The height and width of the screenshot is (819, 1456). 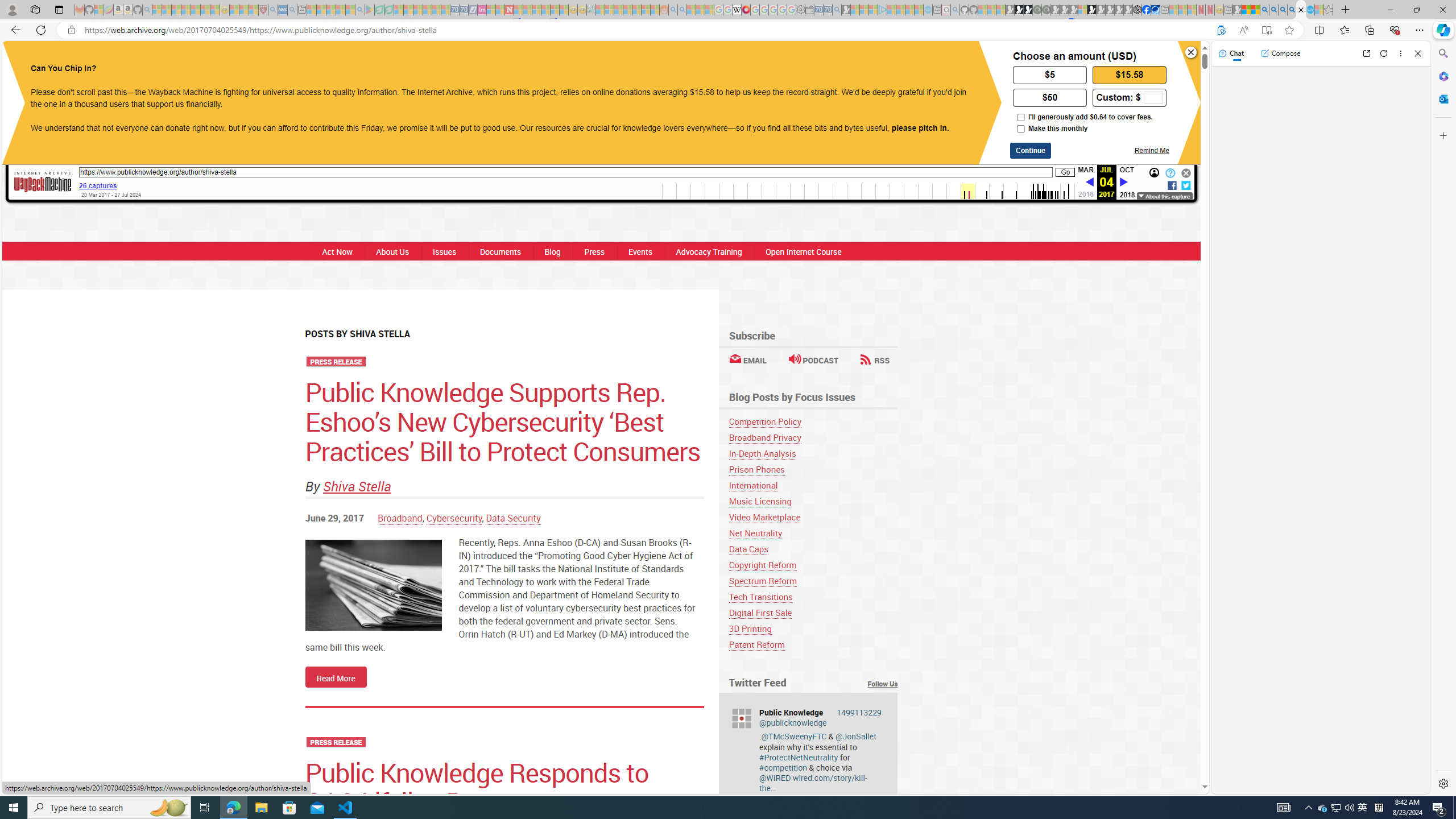 What do you see at coordinates (812, 612) in the screenshot?
I see `'Digital First Sale'` at bounding box center [812, 612].